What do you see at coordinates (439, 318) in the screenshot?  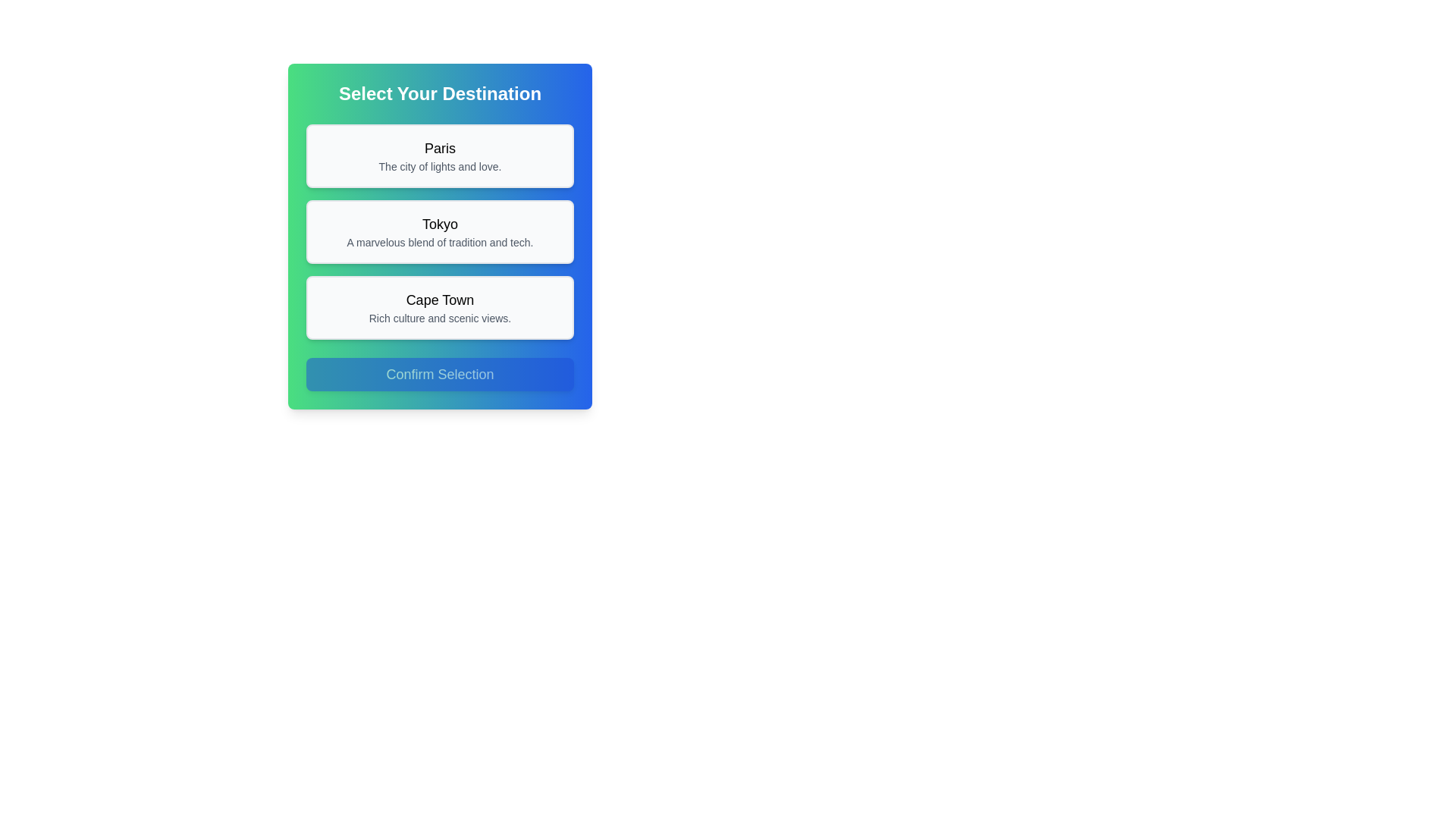 I see `the text element displaying 'Rich culture and scenic views.' which is located below the 'Cape Town' card in the selection form` at bounding box center [439, 318].